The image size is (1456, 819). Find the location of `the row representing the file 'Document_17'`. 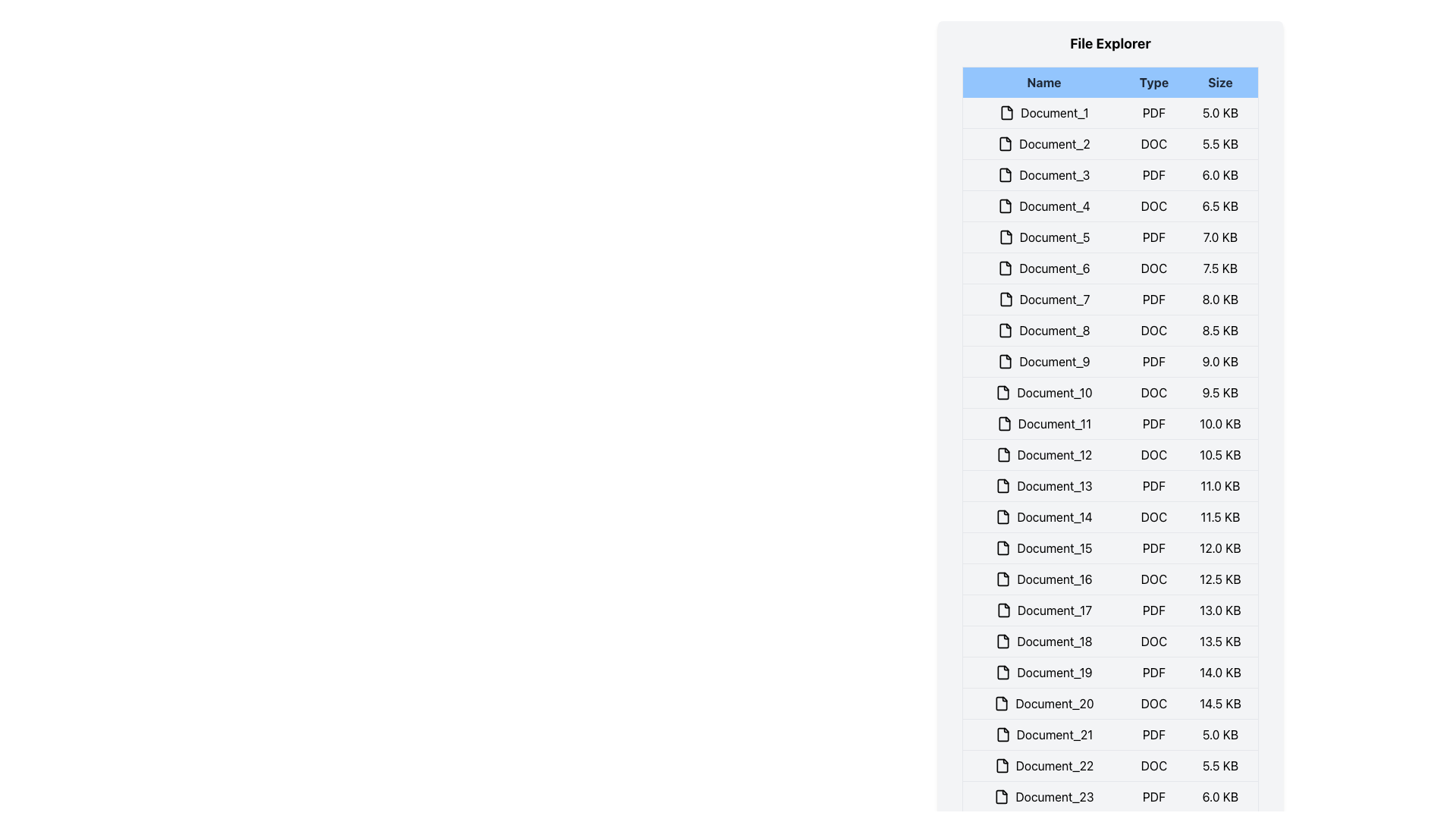

the row representing the file 'Document_17' is located at coordinates (1110, 610).